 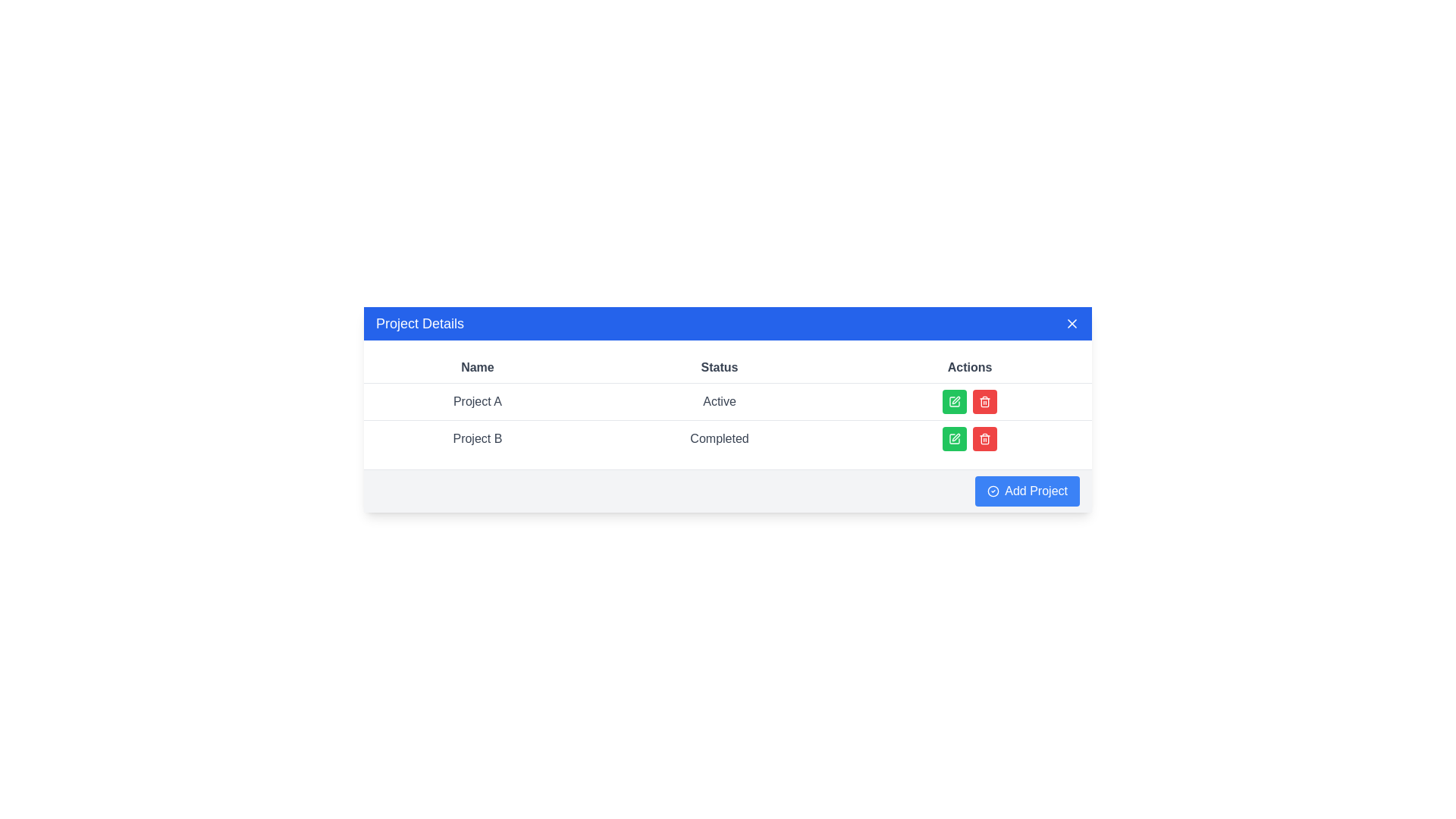 I want to click on the Text Display Element displaying 'Project AActive', located in the first row of the table interface, aligned with the 'Name', 'Status', and 'Actions' columns, so click(x=728, y=400).